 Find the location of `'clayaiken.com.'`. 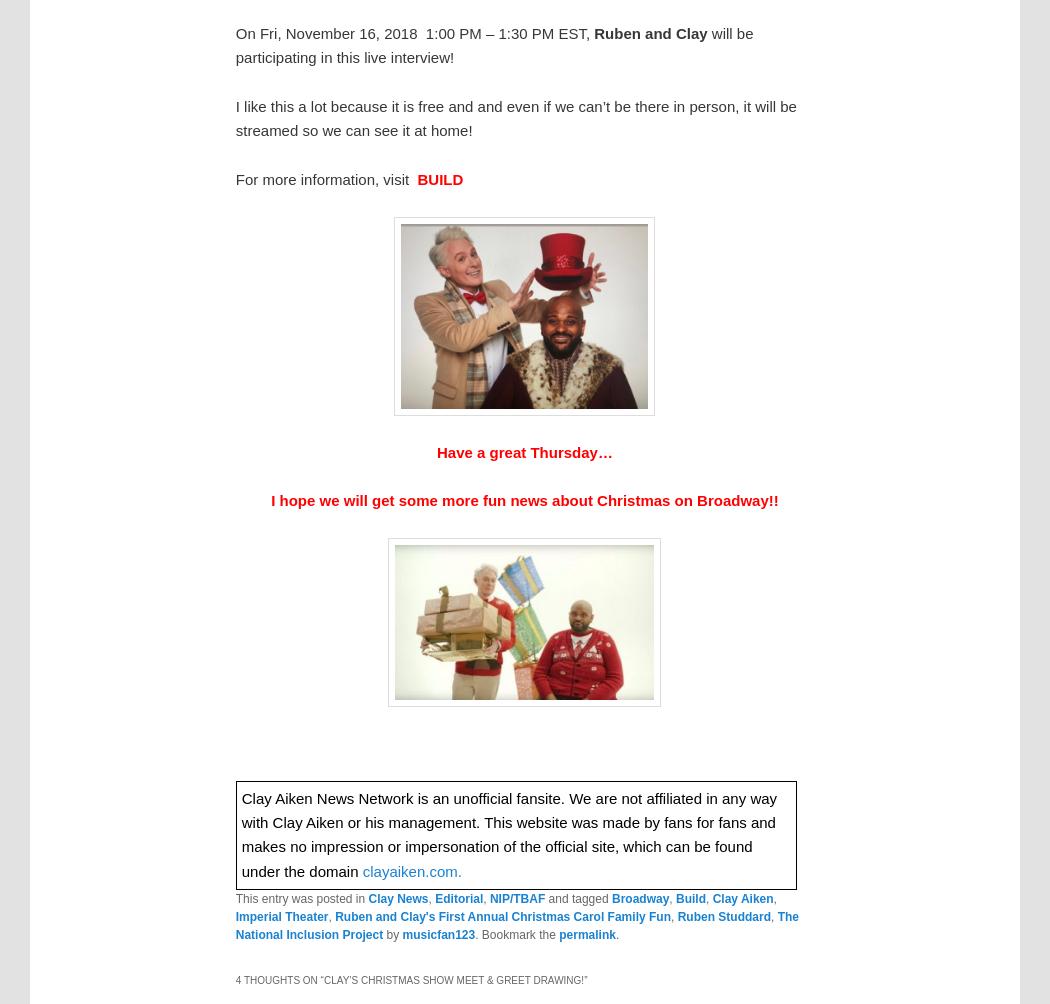

'clayaiken.com.' is located at coordinates (411, 870).